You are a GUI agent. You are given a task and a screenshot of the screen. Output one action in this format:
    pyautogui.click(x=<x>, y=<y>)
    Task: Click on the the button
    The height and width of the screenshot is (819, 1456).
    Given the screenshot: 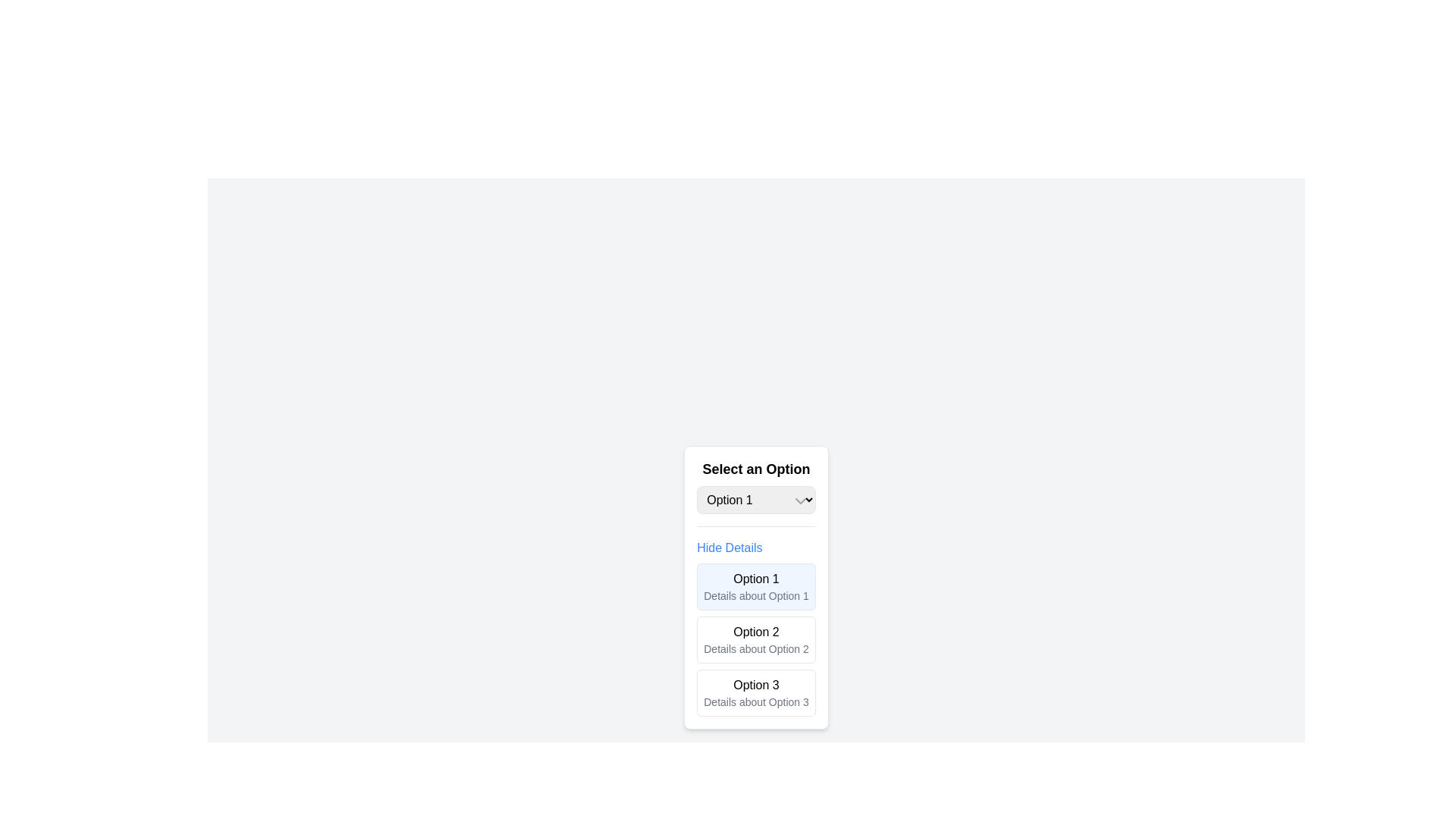 What is the action you would take?
    pyautogui.click(x=756, y=693)
    